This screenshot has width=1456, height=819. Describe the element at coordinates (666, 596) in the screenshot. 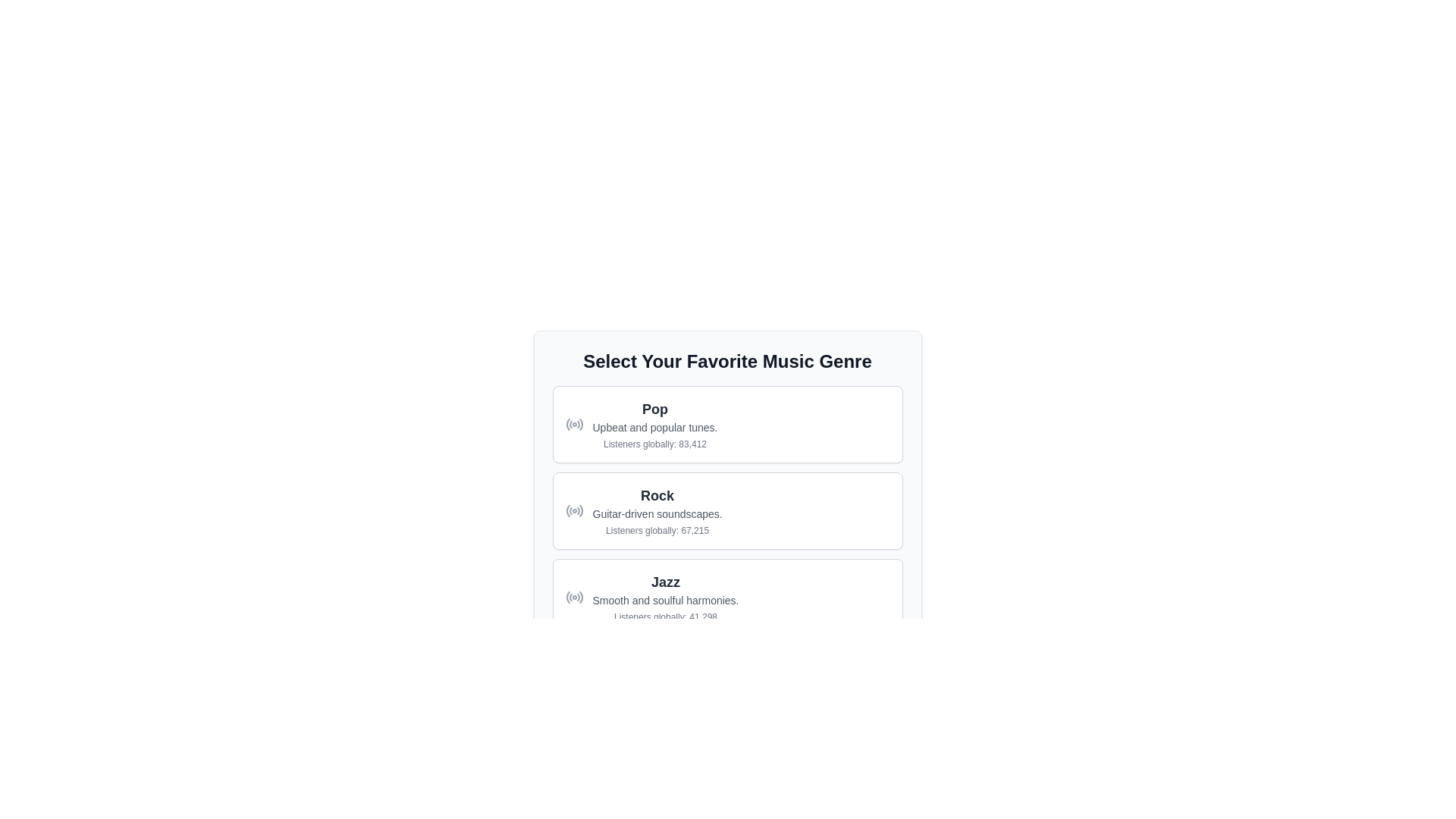

I see `information displayed in the text block about the music genre 'Jazz', which includes the title, subtitle, and listener count` at that location.